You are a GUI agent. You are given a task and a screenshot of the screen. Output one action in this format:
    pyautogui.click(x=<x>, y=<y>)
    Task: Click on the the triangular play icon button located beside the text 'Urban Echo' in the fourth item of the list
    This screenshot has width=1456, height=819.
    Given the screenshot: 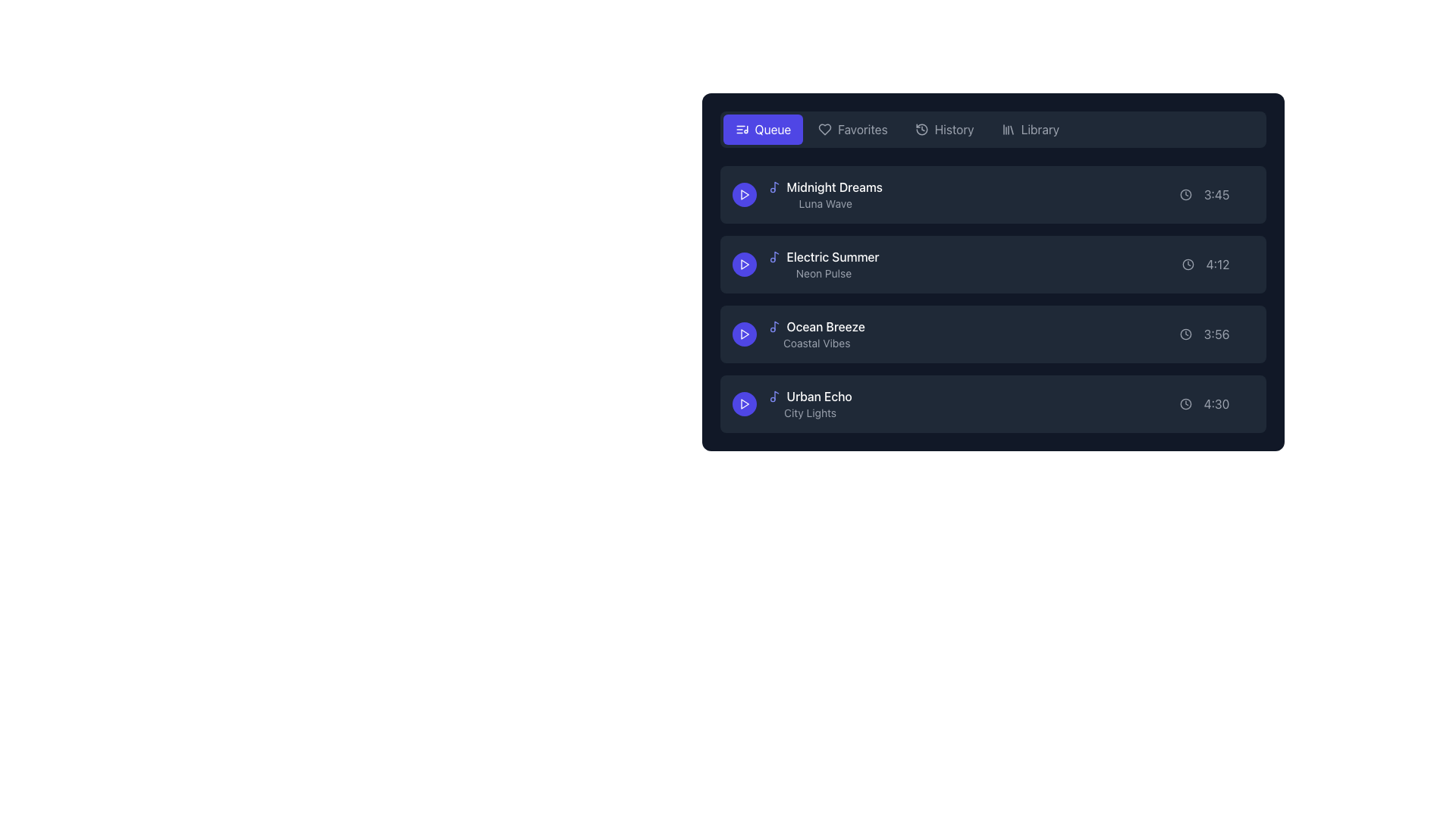 What is the action you would take?
    pyautogui.click(x=744, y=403)
    